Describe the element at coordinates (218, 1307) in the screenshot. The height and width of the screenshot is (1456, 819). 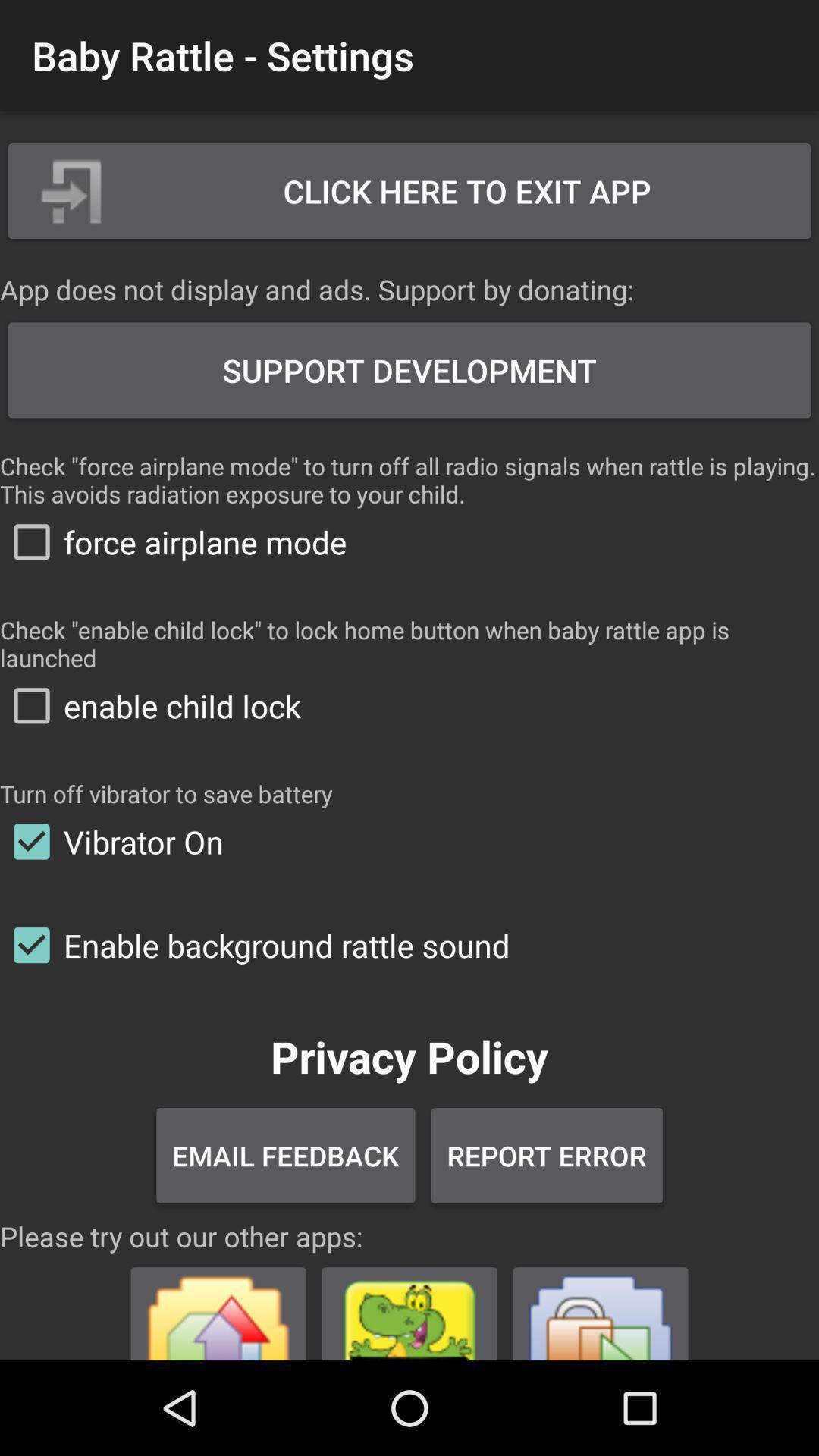
I see `app advertisement` at that location.